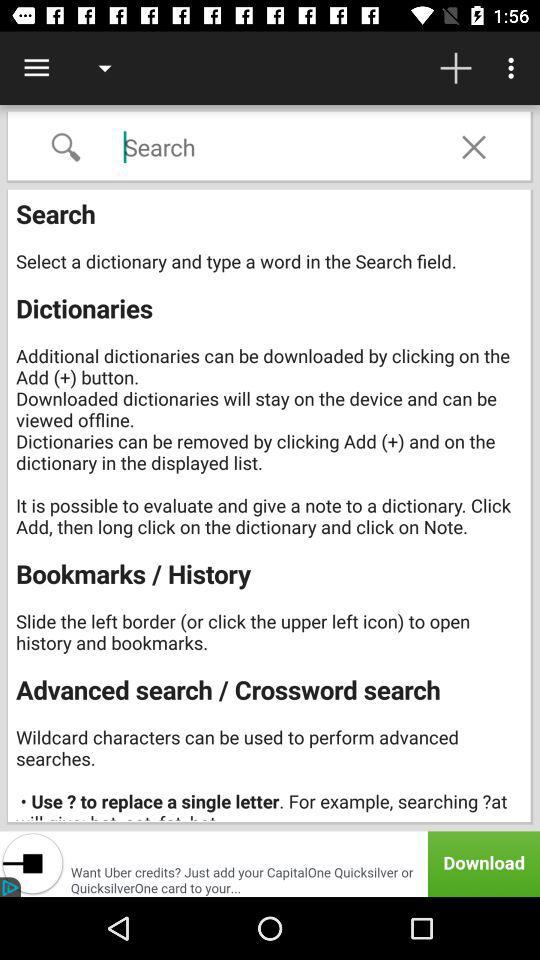  What do you see at coordinates (473, 146) in the screenshot?
I see `the close icon` at bounding box center [473, 146].